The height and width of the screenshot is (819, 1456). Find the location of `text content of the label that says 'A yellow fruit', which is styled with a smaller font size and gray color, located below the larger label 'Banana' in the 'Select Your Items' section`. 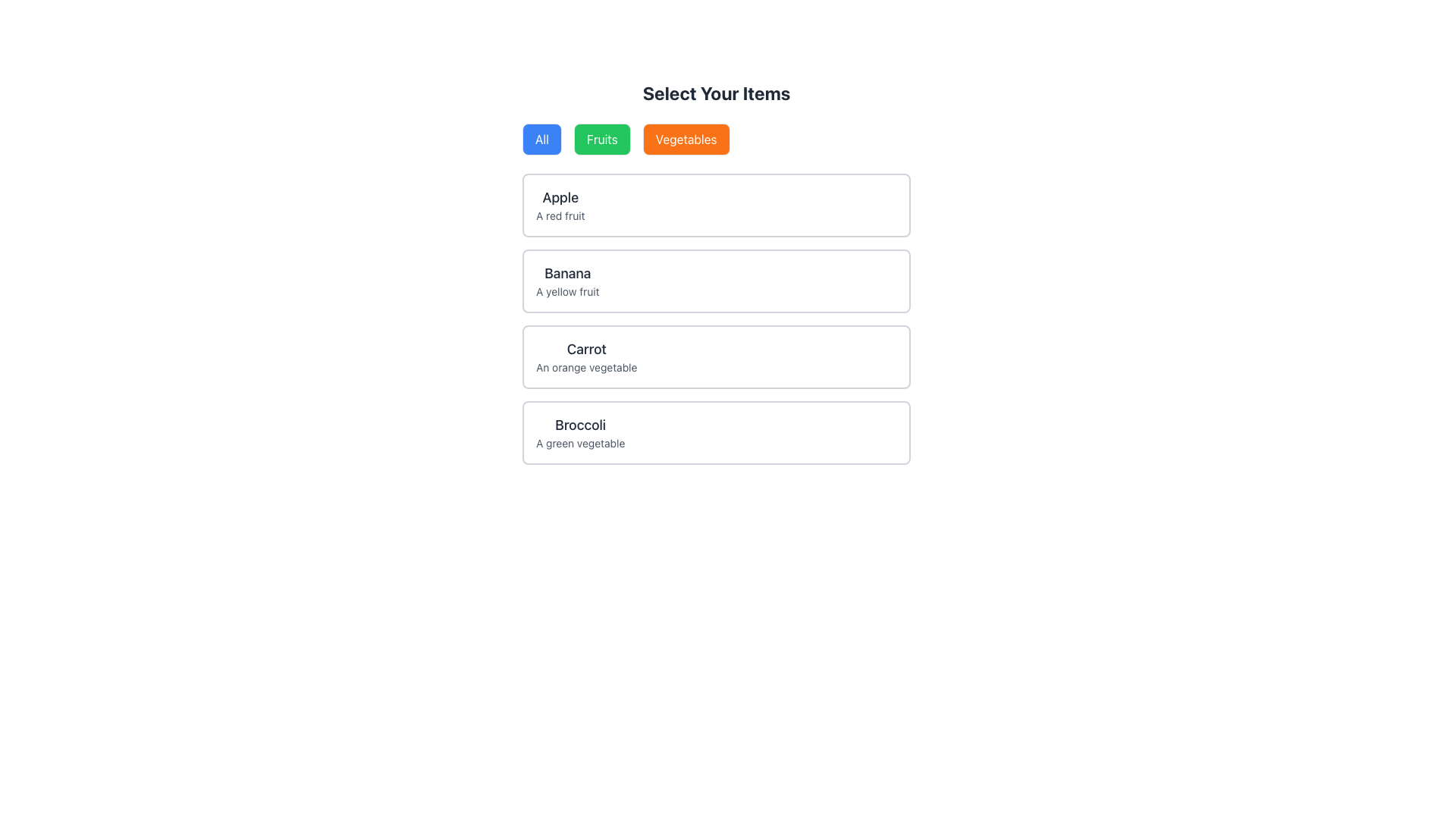

text content of the label that says 'A yellow fruit', which is styled with a smaller font size and gray color, located below the larger label 'Banana' in the 'Select Your Items' section is located at coordinates (566, 292).